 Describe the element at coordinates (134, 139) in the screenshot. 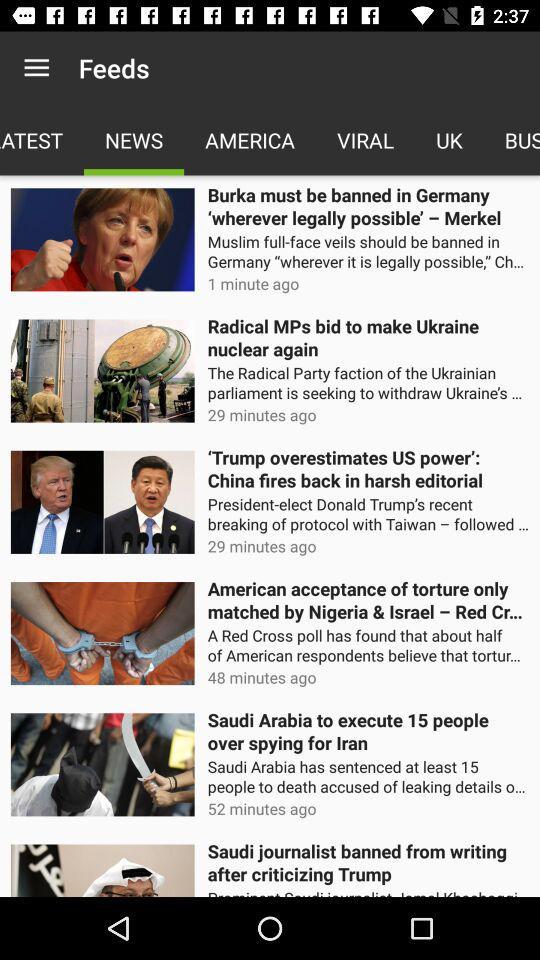

I see `news app` at that location.